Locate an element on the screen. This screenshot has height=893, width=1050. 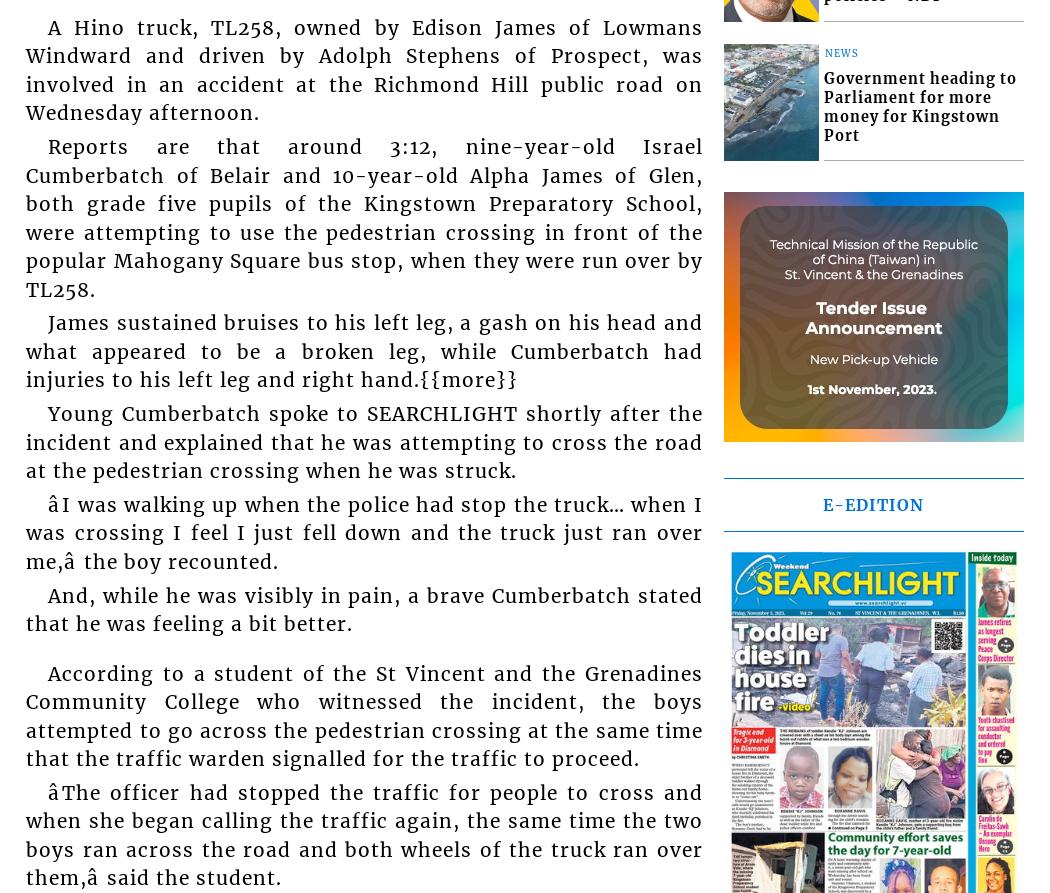
'According to a student of the St Vincent and the Grenadines Community College who witnessed the incident, the boys attempted to go across the pedestrian crossing at the same time that the traffic warden signalled for the traffic to proceed.' is located at coordinates (363, 716).